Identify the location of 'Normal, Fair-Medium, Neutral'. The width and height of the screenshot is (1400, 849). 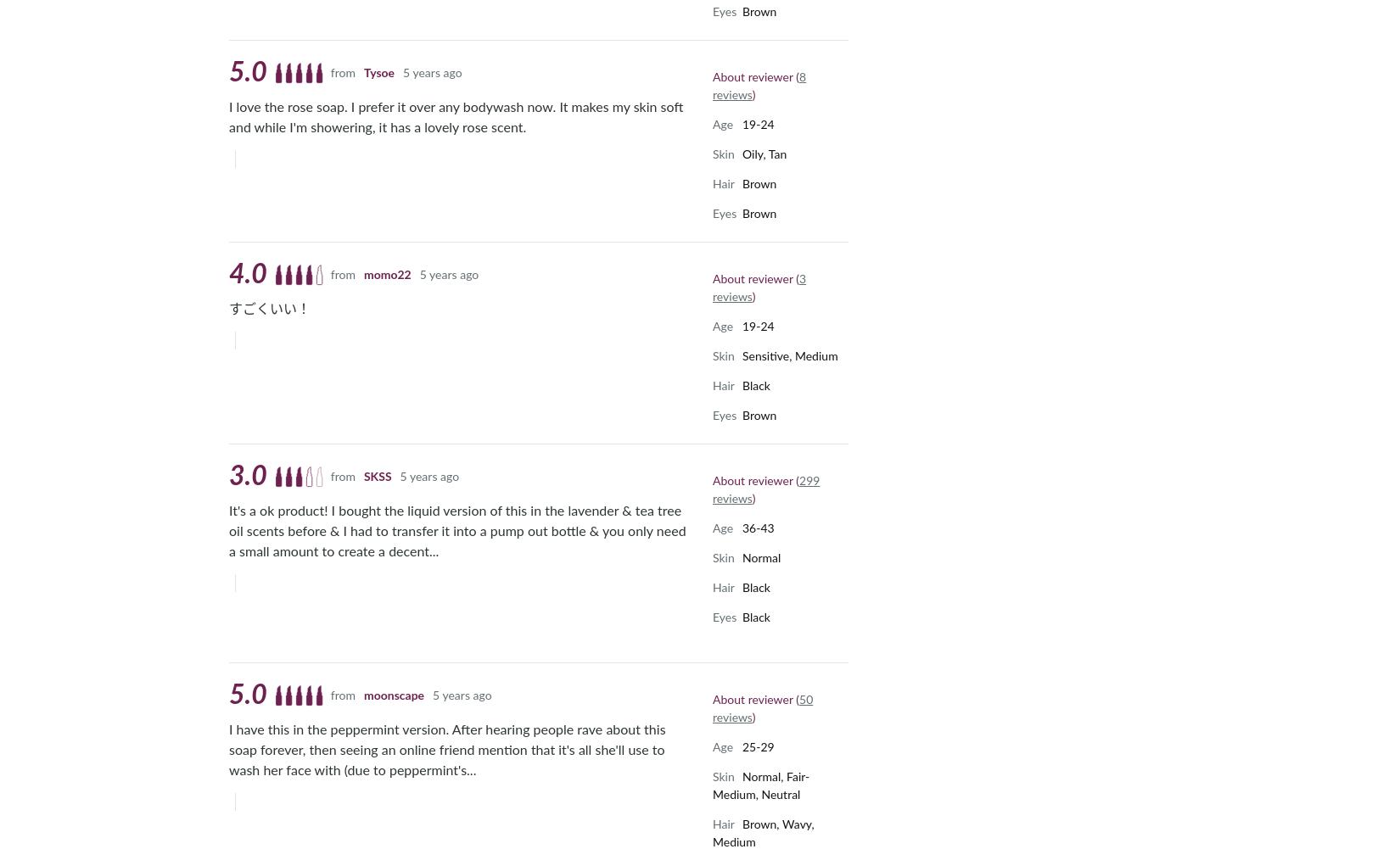
(713, 785).